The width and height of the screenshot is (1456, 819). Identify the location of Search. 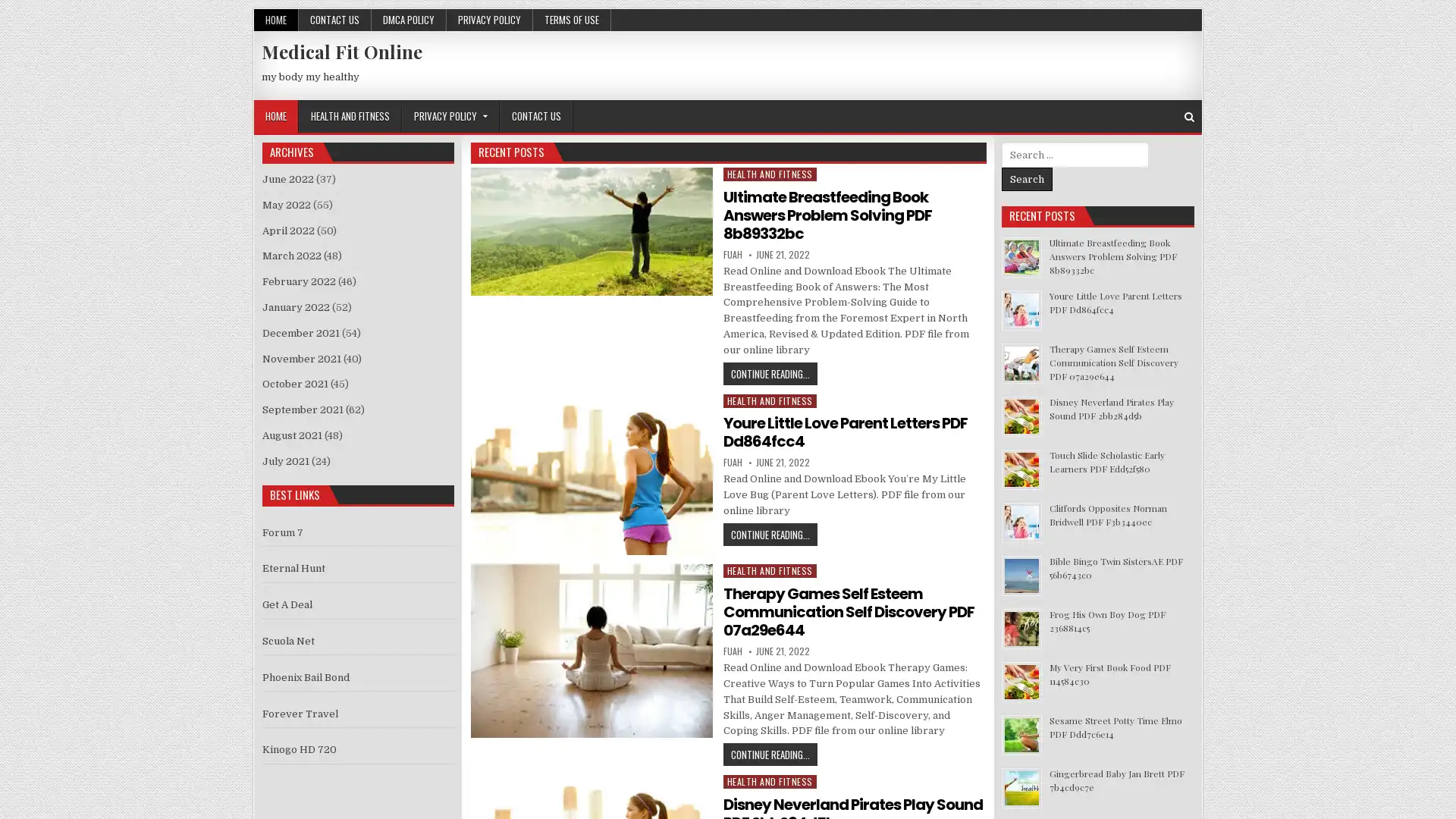
(1027, 178).